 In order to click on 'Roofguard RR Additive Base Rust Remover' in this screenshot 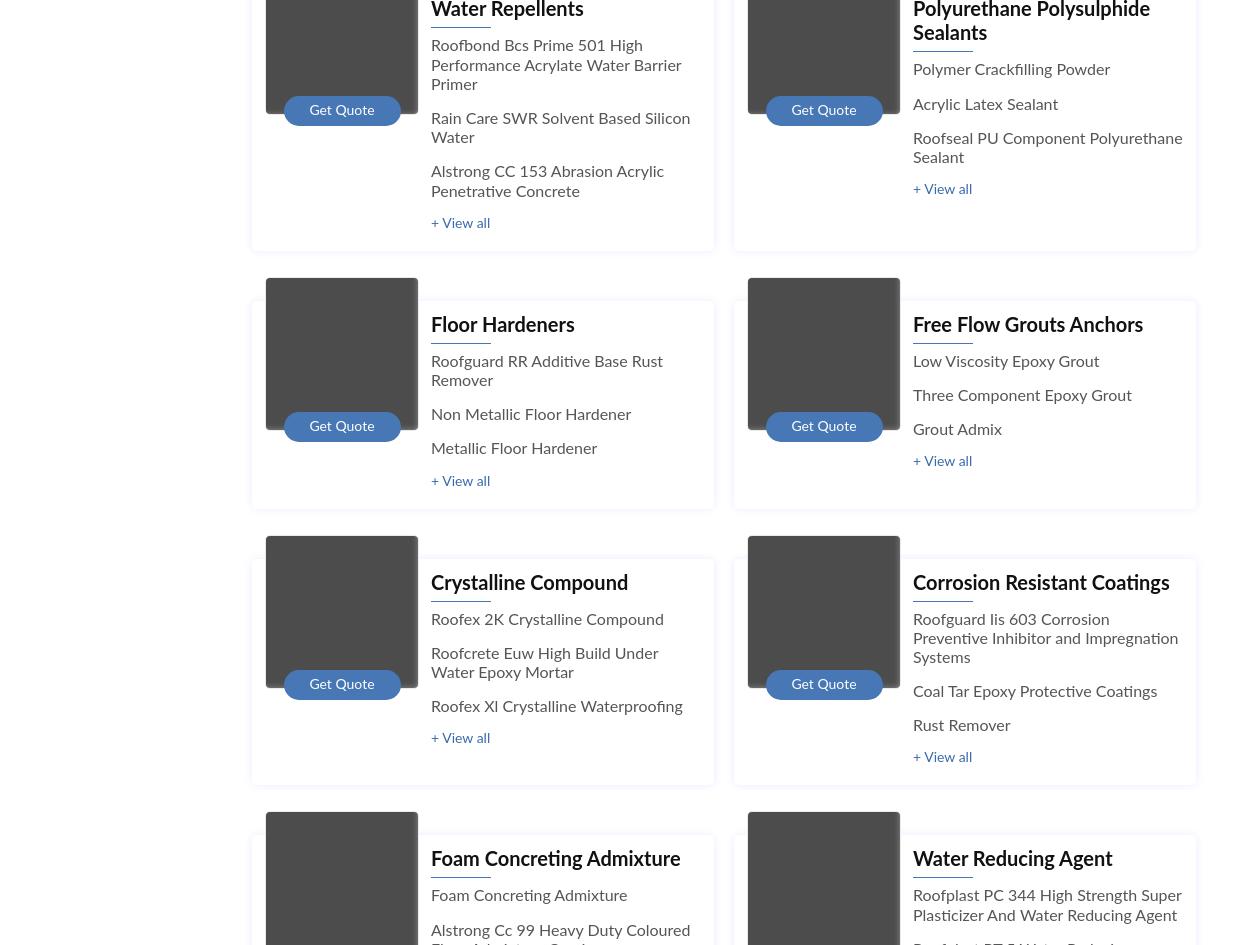, I will do `click(547, 369)`.